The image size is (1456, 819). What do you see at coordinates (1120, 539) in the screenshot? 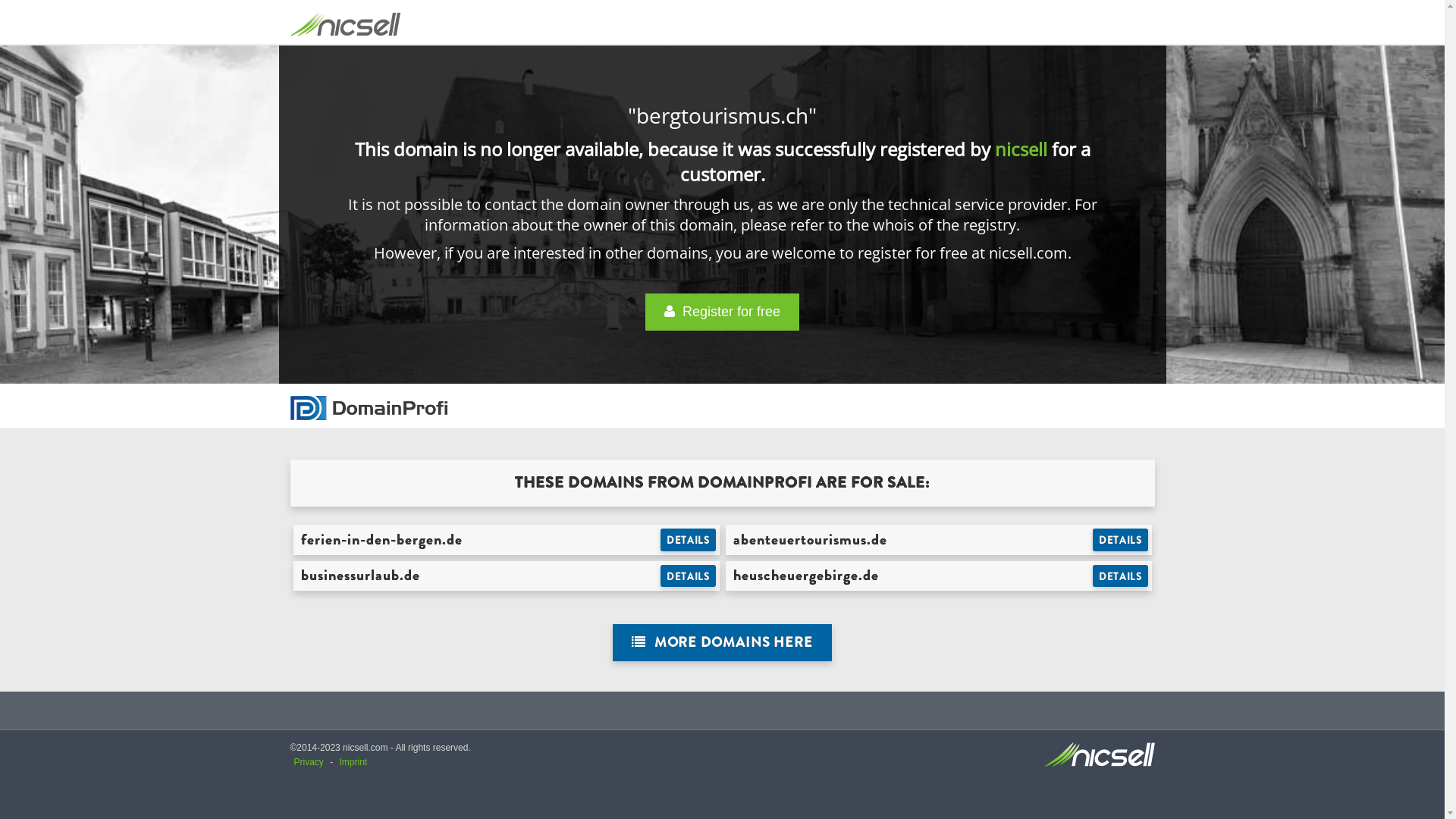
I see `'DETAILS'` at bounding box center [1120, 539].